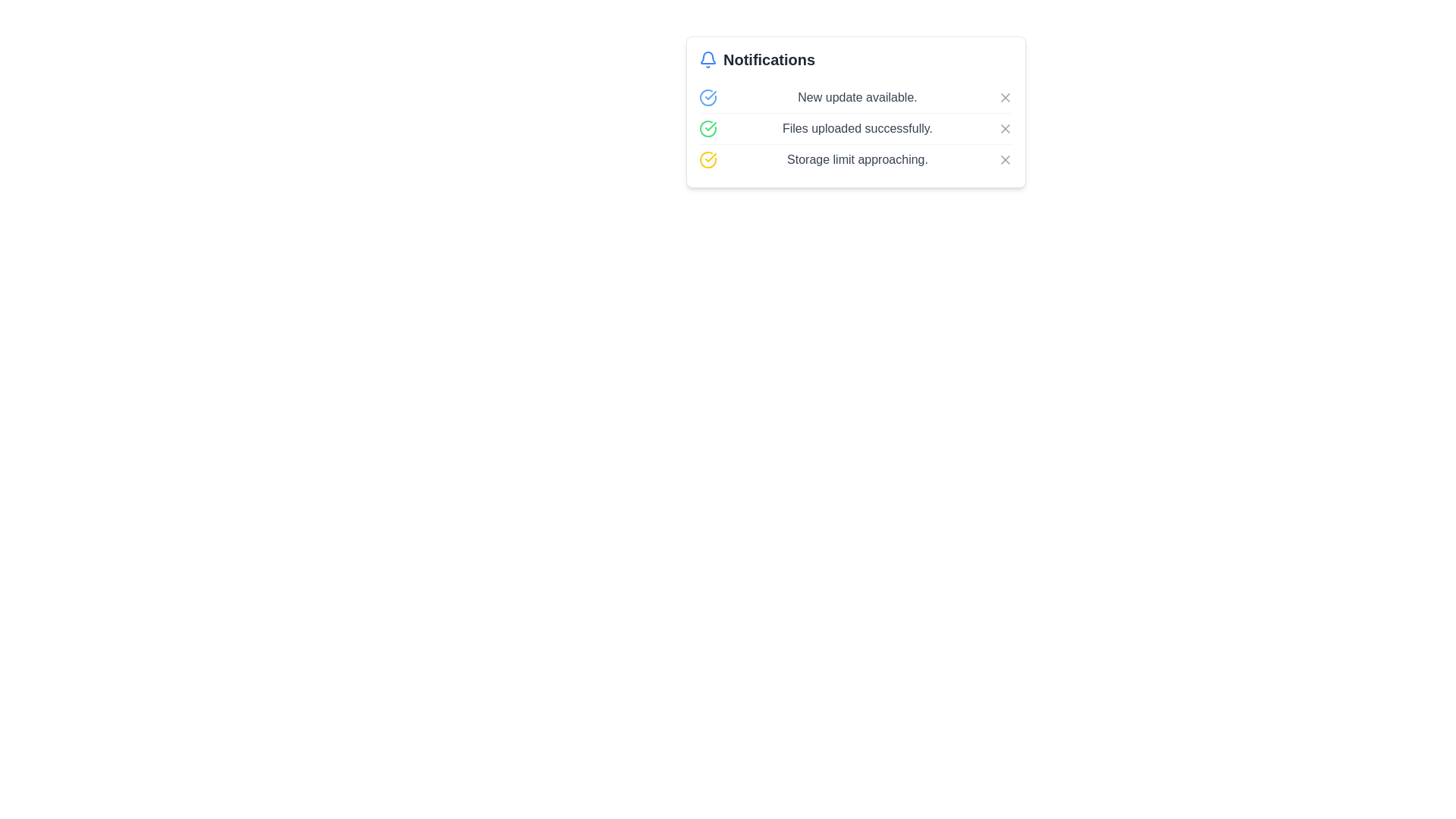  What do you see at coordinates (710, 125) in the screenshot?
I see `the visual indication of the green check mark icon within the notification card, which indicates a successful file upload` at bounding box center [710, 125].